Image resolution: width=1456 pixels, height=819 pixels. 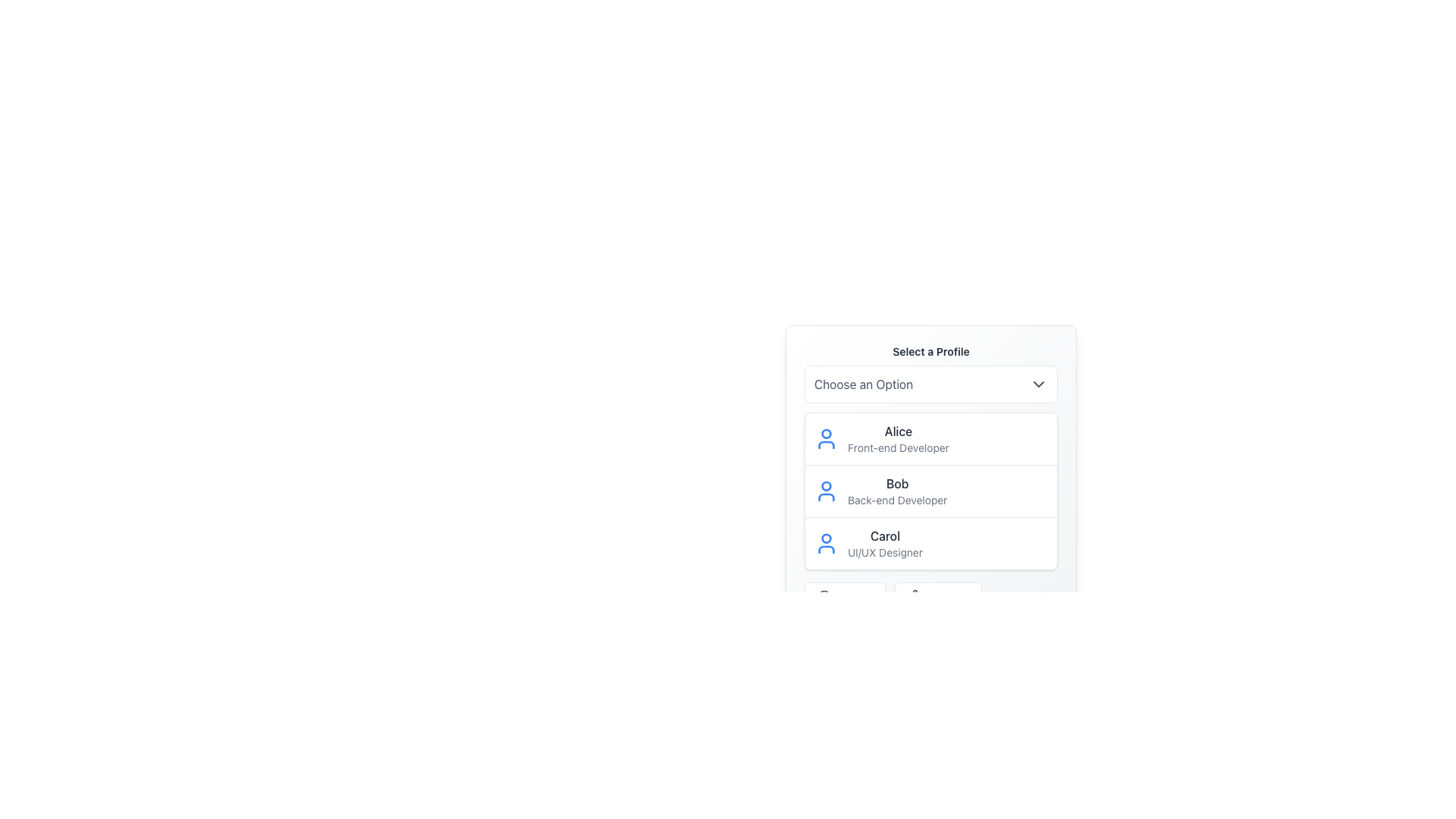 What do you see at coordinates (930, 491) in the screenshot?
I see `the second entry in the 'Select a Profile' dropdown menu, which is 'Bob - Back-end Developer'` at bounding box center [930, 491].